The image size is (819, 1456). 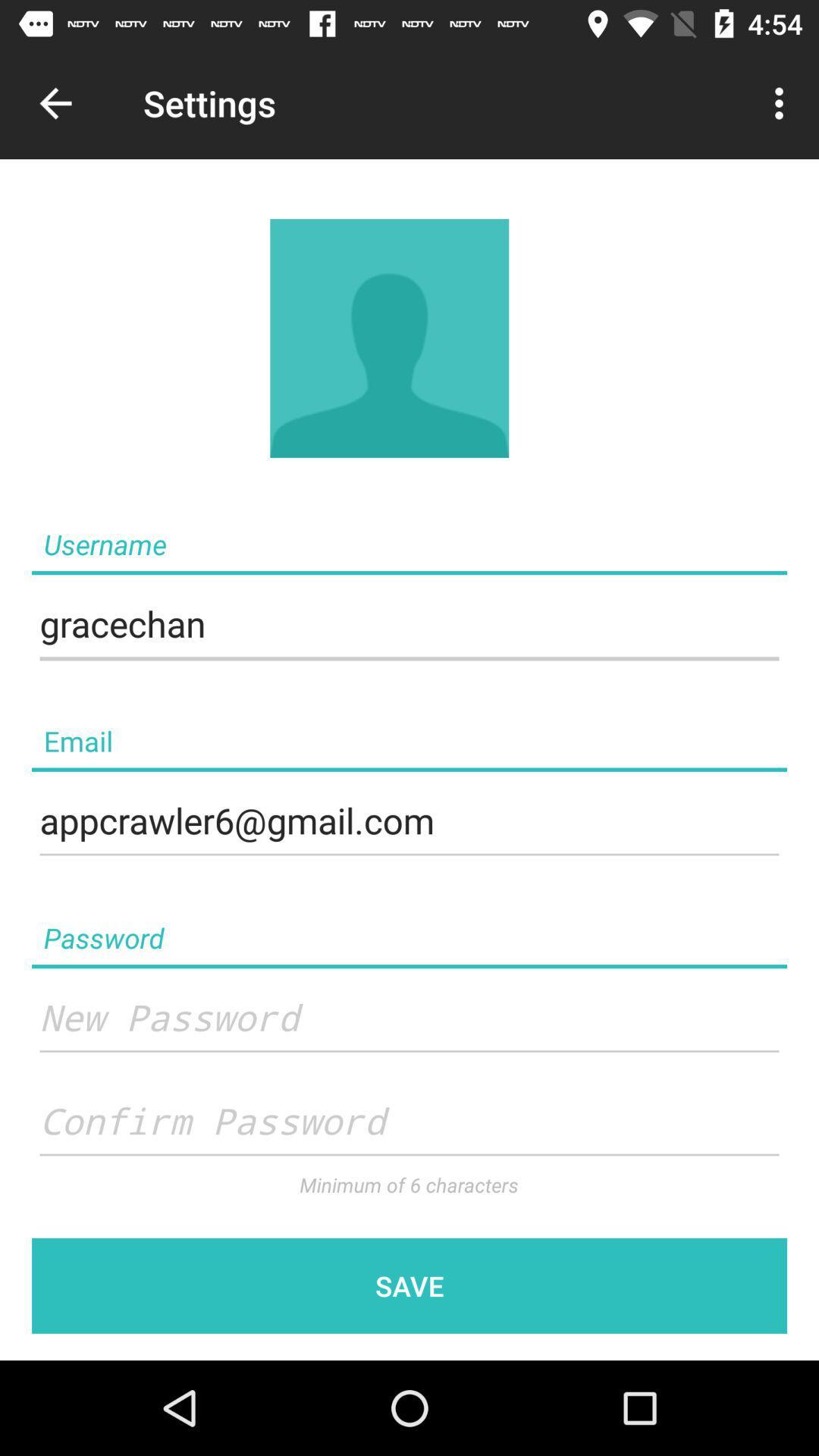 I want to click on the text field below username, so click(x=409, y=625).